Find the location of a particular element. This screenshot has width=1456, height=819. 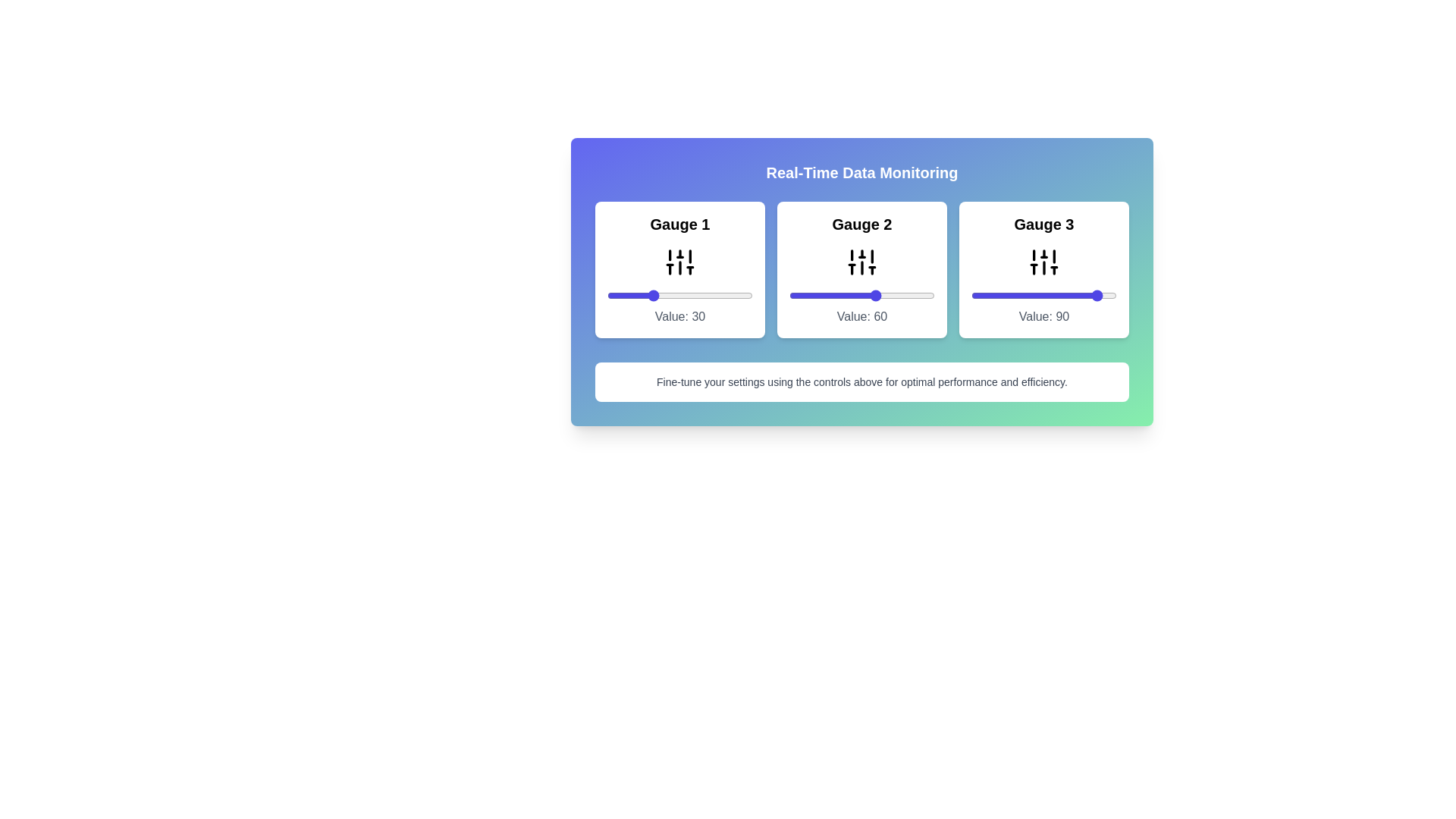

the slider is located at coordinates (805, 295).